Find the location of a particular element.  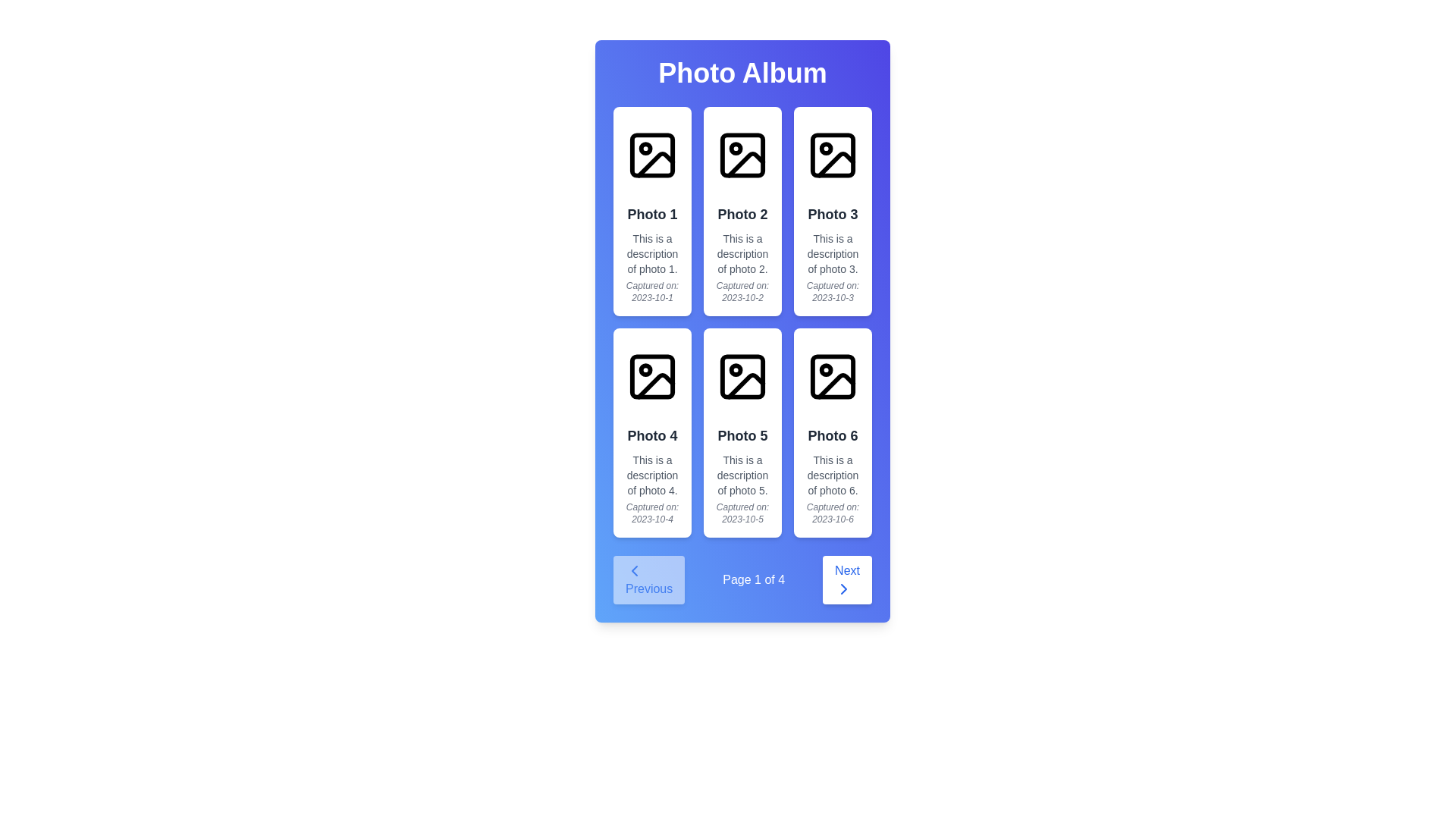

the third card in the last row of the grid, located in the bottom-right corner, which visually represents an image entry with a title, description, and creation date is located at coordinates (832, 432).